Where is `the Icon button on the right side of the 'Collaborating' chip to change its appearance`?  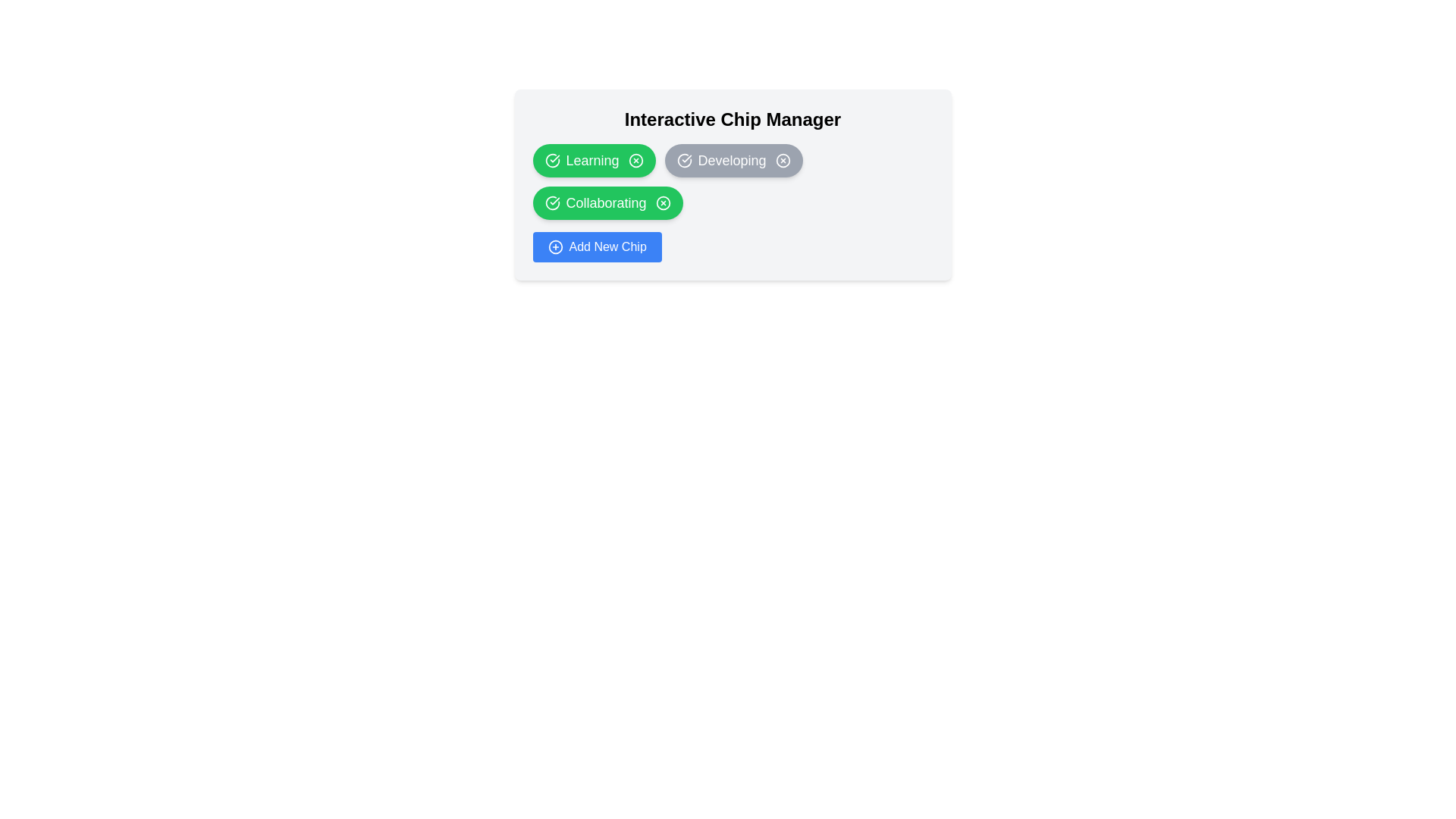 the Icon button on the right side of the 'Collaborating' chip to change its appearance is located at coordinates (663, 202).